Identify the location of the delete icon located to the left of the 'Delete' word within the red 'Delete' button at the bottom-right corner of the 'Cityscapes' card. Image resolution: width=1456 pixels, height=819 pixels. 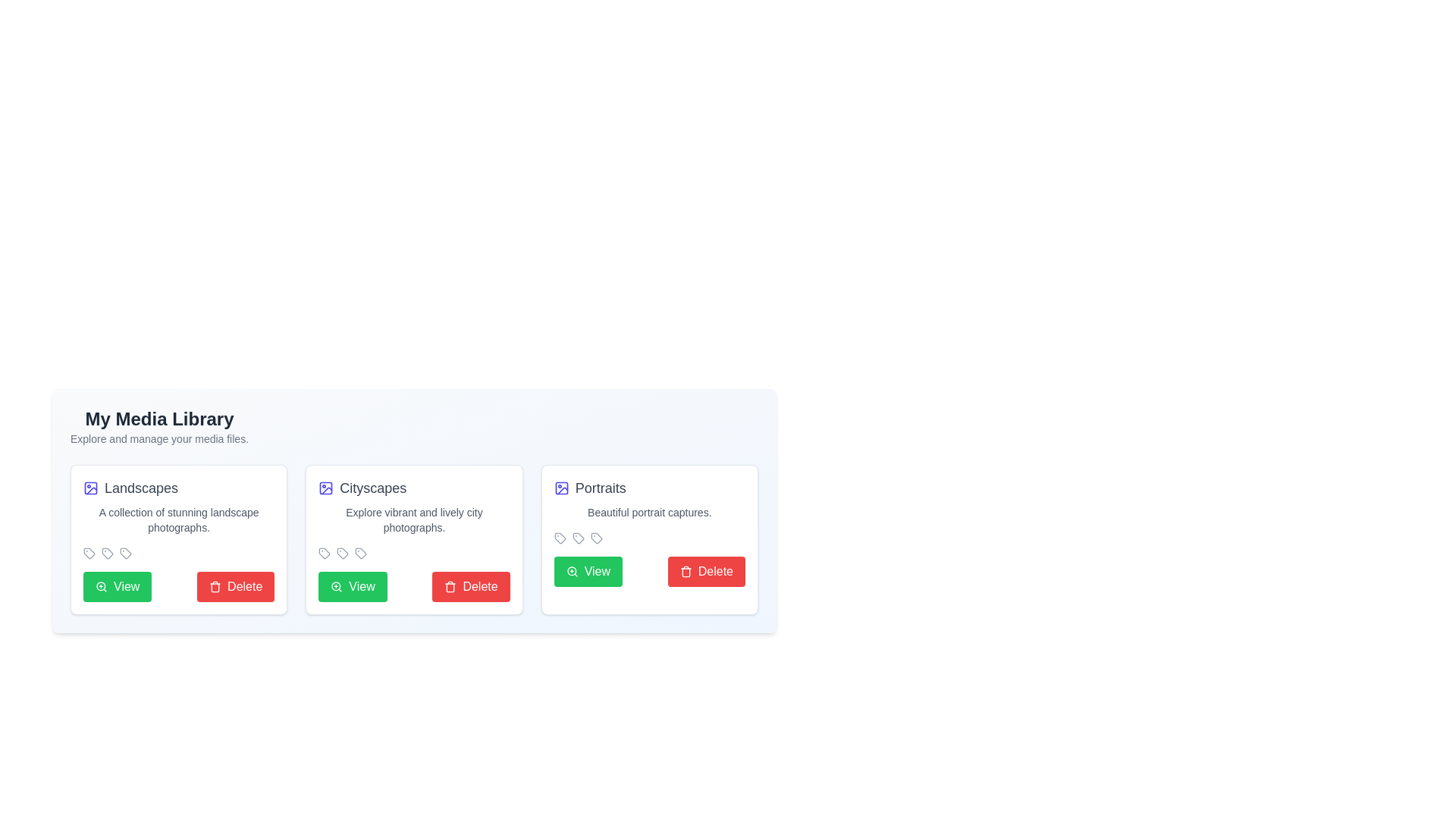
(450, 586).